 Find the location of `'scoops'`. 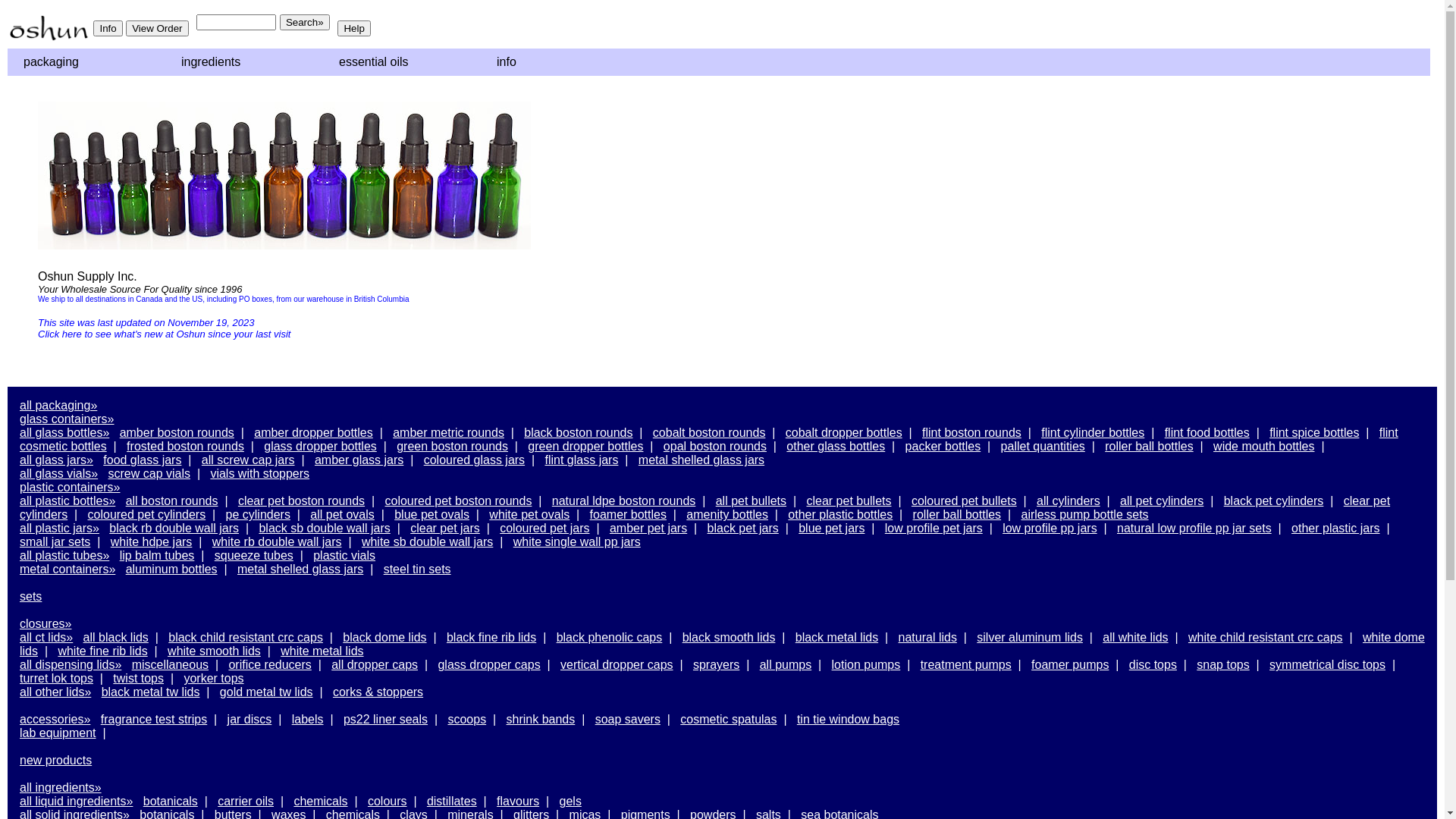

'scoops' is located at coordinates (466, 718).